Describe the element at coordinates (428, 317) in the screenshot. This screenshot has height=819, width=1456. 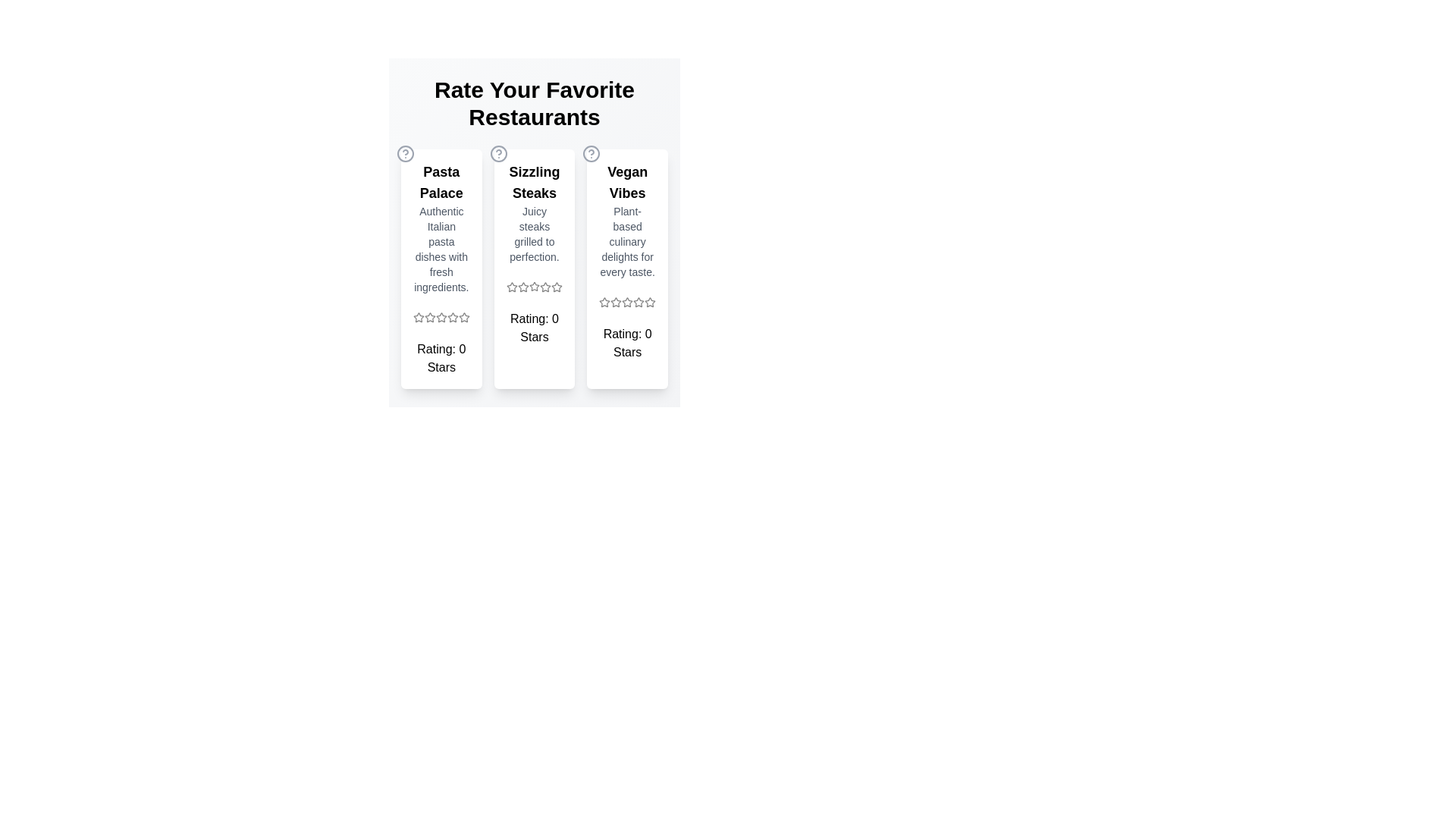
I see `the star icon for 2 stars in the Pasta Palace section` at that location.